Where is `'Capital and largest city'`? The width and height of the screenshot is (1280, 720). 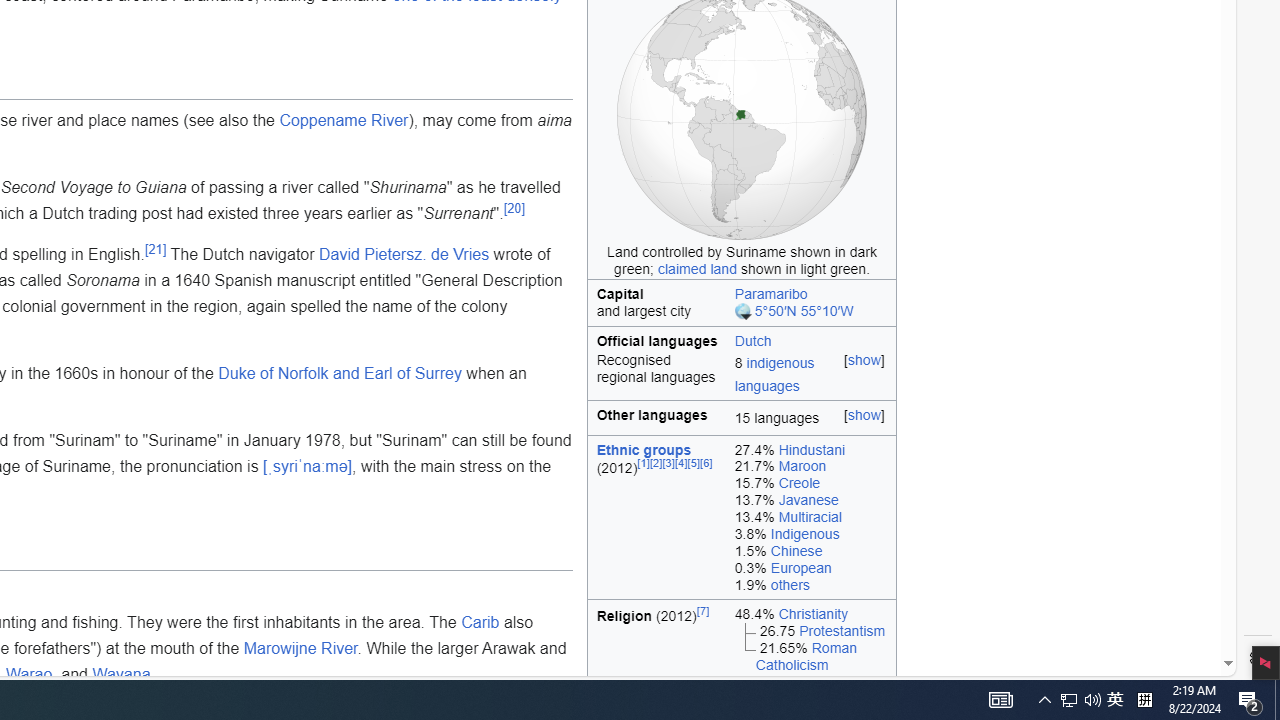
'Capital and largest city' is located at coordinates (657, 303).